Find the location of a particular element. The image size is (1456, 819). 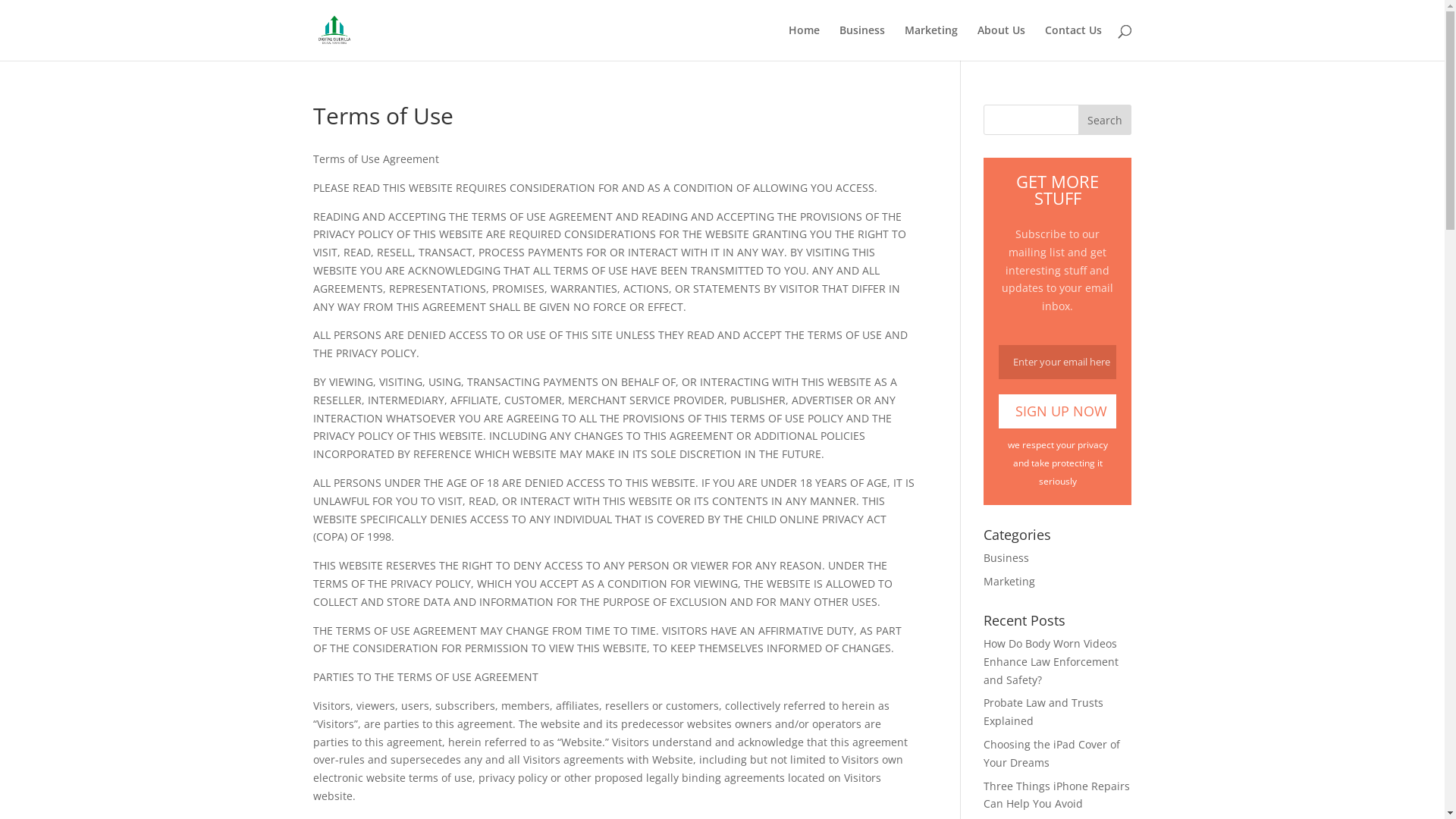

'Home' is located at coordinates (789, 42).